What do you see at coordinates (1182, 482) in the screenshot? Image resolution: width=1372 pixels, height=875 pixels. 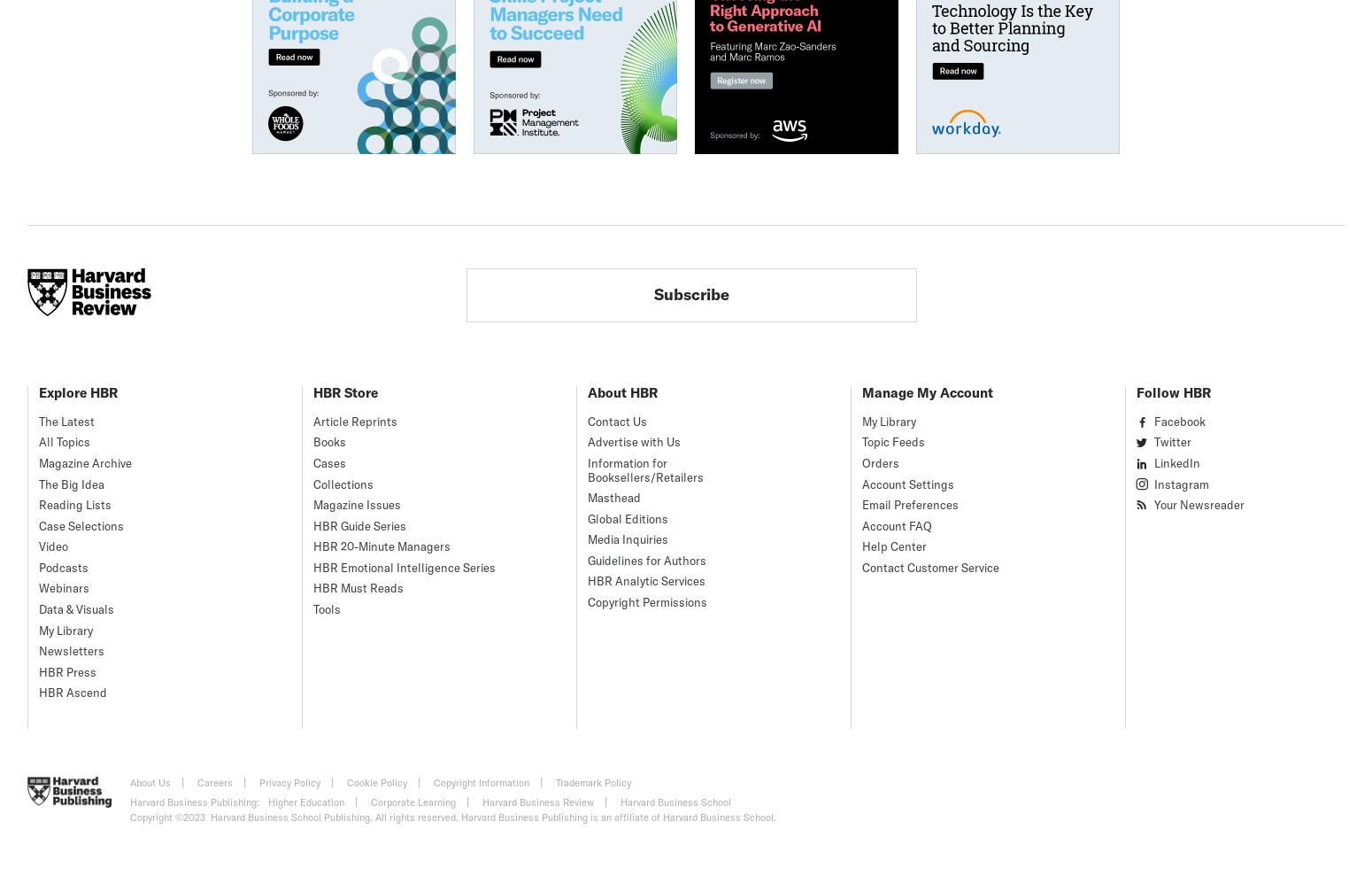 I see `'Instagram'` at bounding box center [1182, 482].